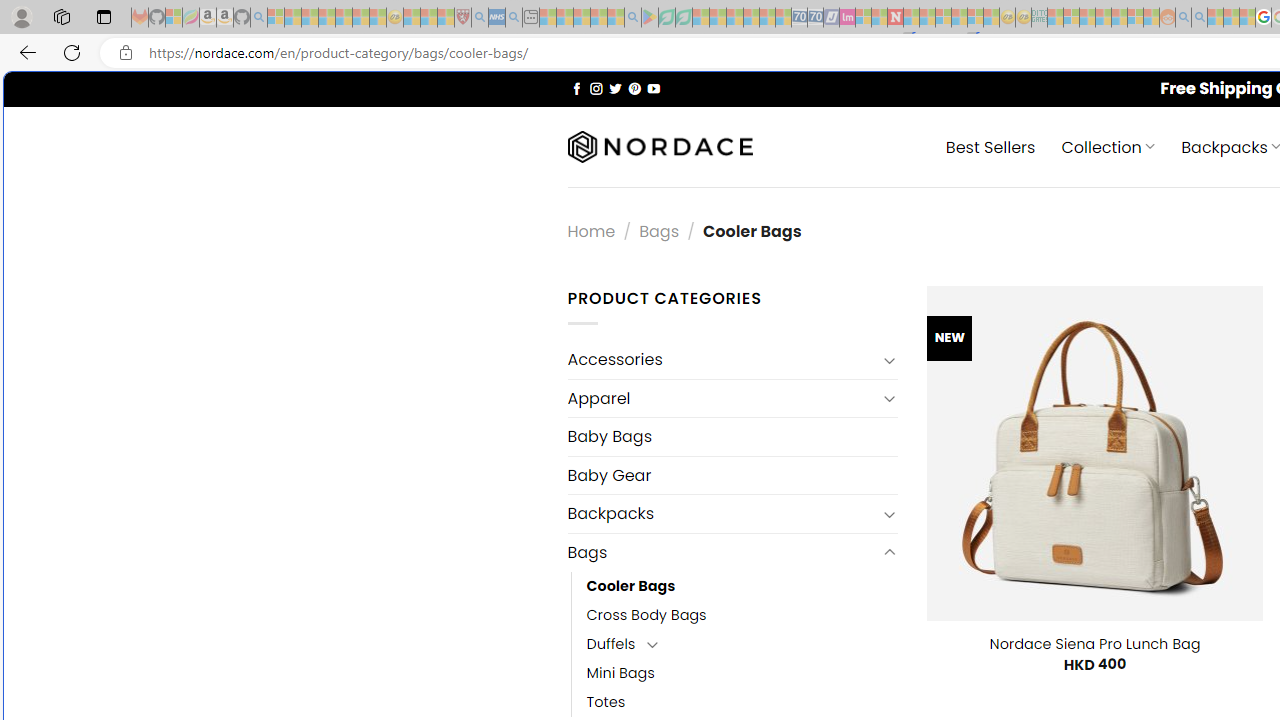  What do you see at coordinates (731, 475) in the screenshot?
I see `'Baby Gear'` at bounding box center [731, 475].